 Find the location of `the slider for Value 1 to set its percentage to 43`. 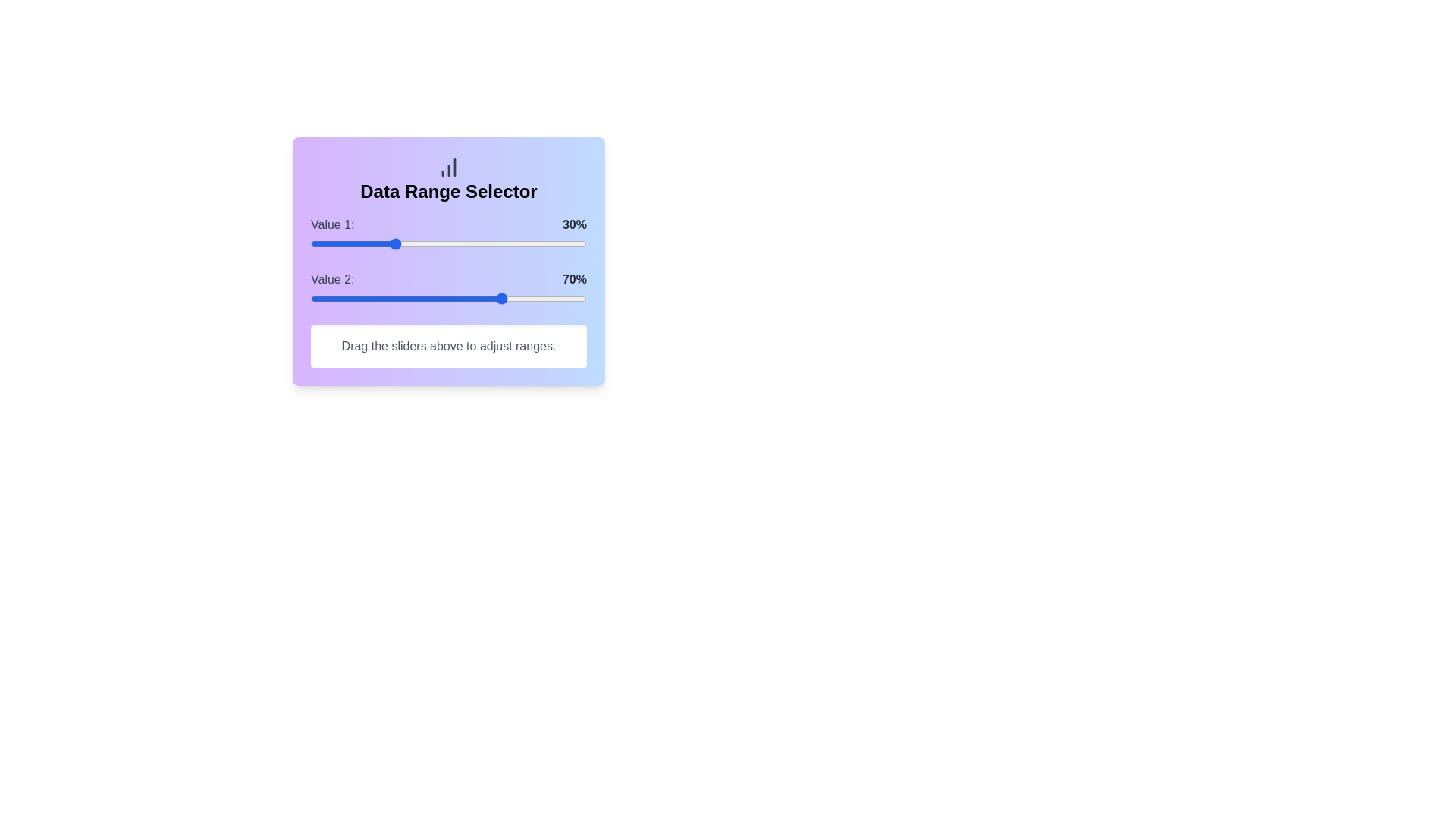

the slider for Value 1 to set its percentage to 43 is located at coordinates (428, 243).